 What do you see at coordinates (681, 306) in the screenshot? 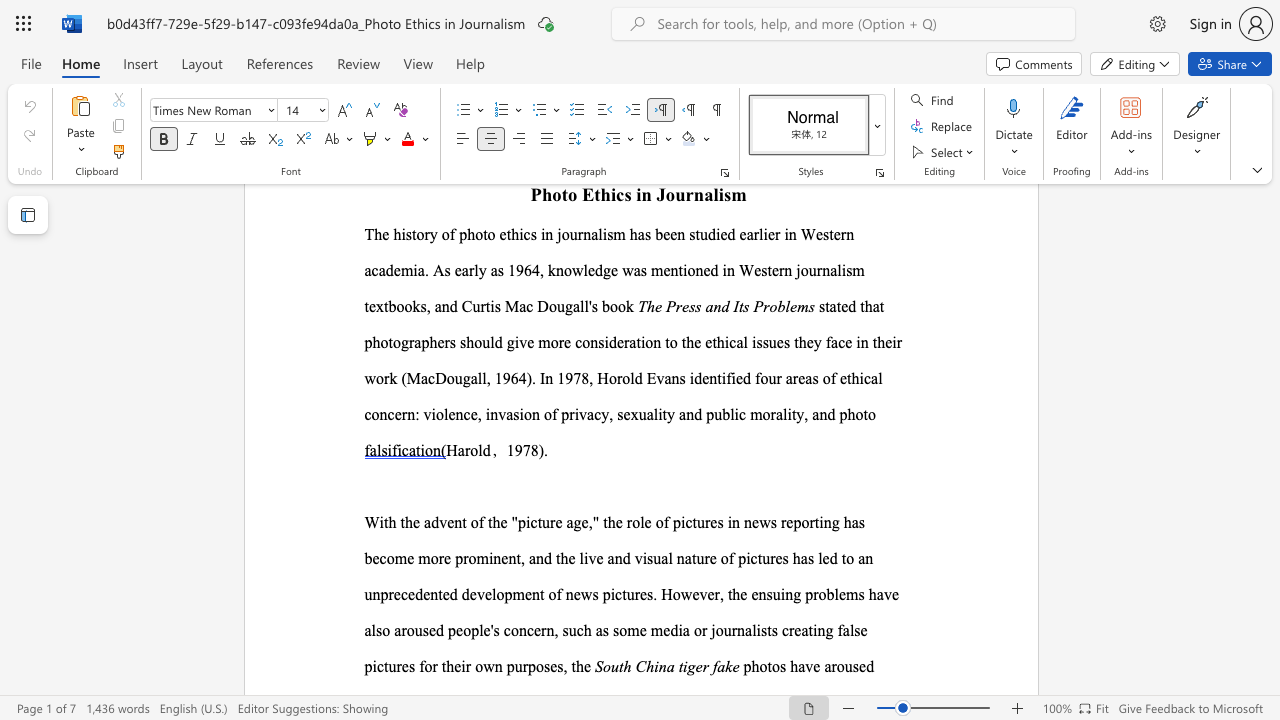
I see `the subset text "ess and Its Problem" within the text "The Press and Its Problems"` at bounding box center [681, 306].